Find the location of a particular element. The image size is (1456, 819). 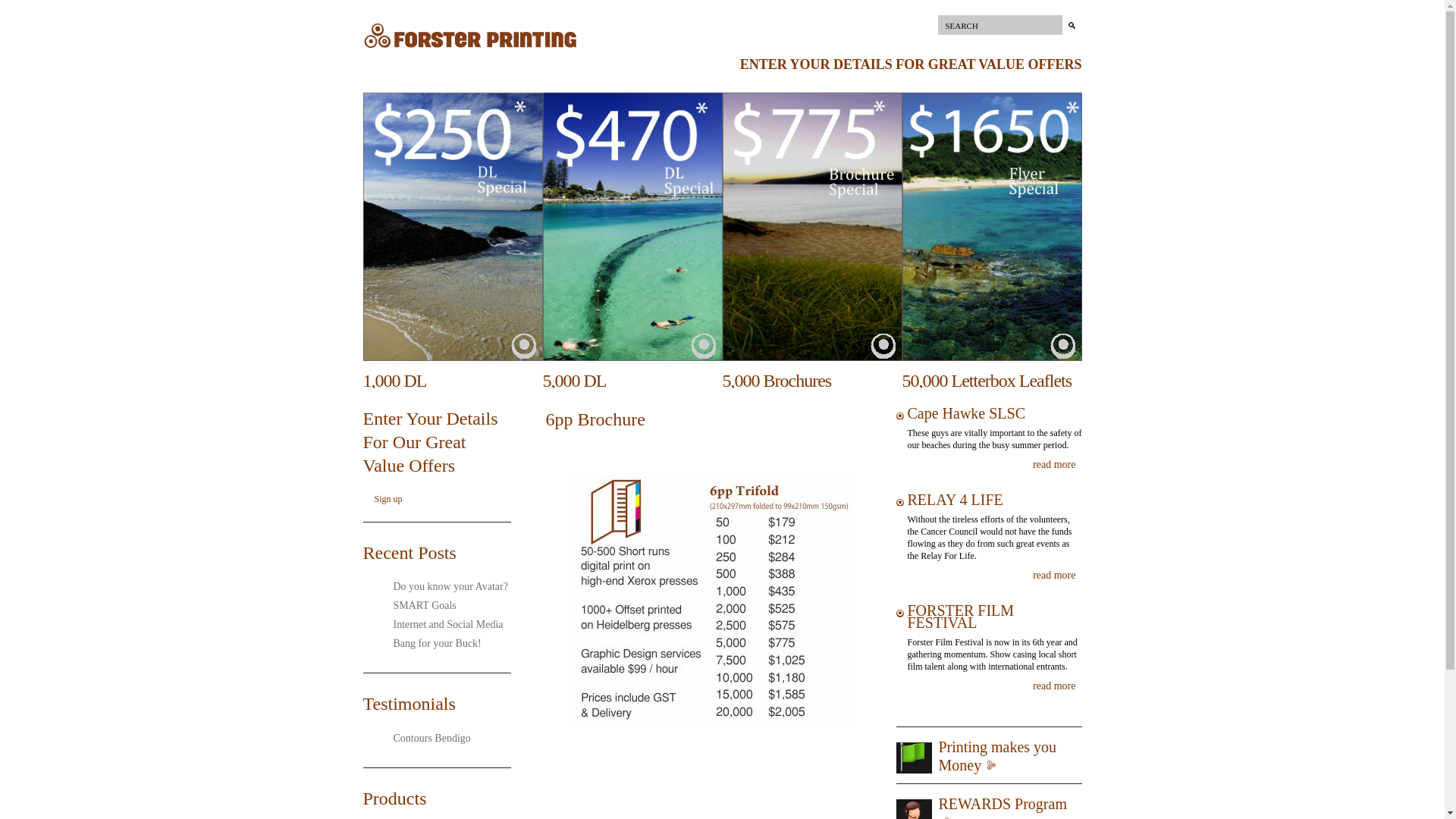

'Do you know your Avatar?' is located at coordinates (444, 585).